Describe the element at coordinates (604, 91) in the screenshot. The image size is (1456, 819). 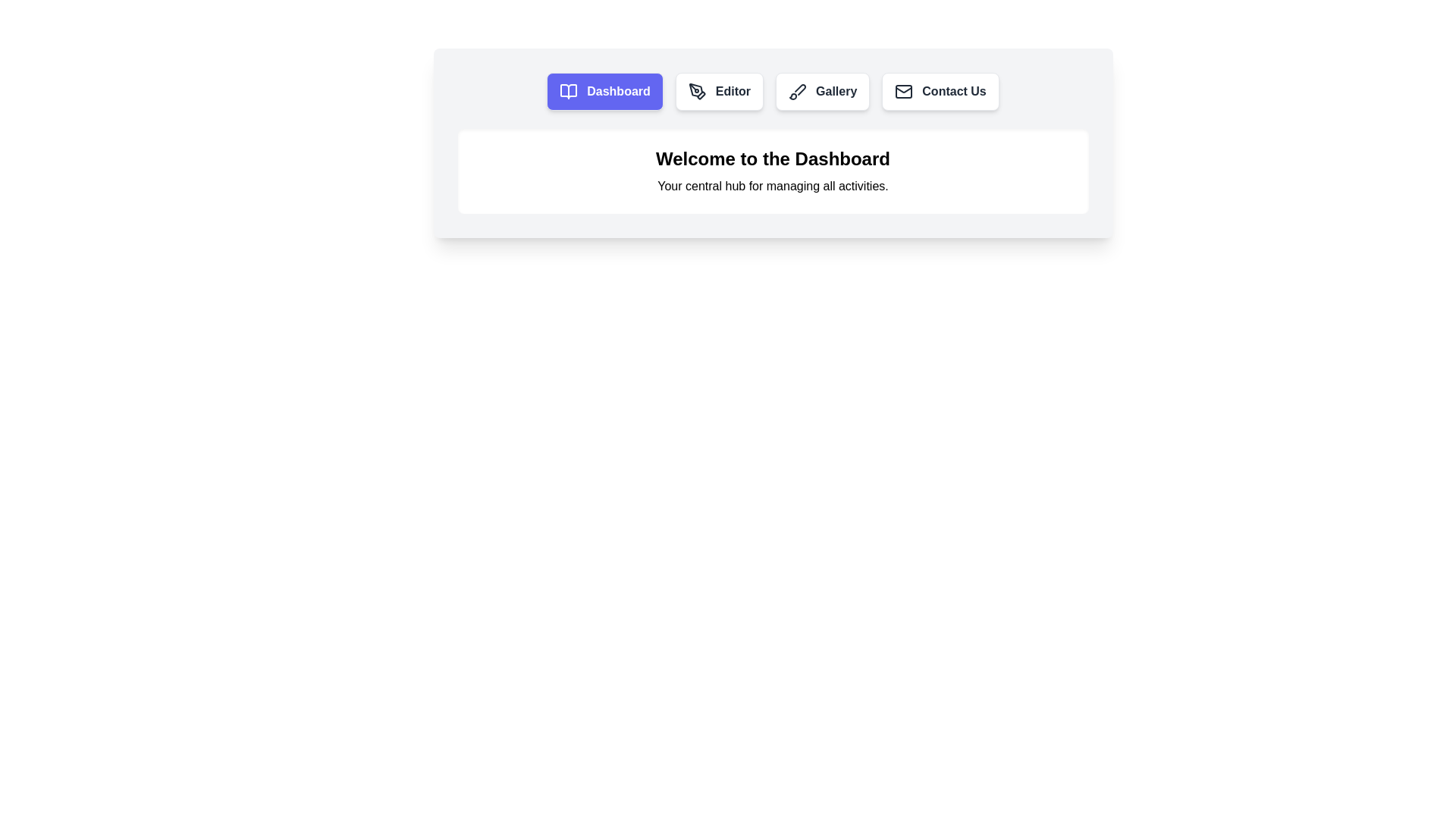
I see `the 'Dashboard' navigation button located in the top navigation bar, which is the first button in the row of menu options` at that location.